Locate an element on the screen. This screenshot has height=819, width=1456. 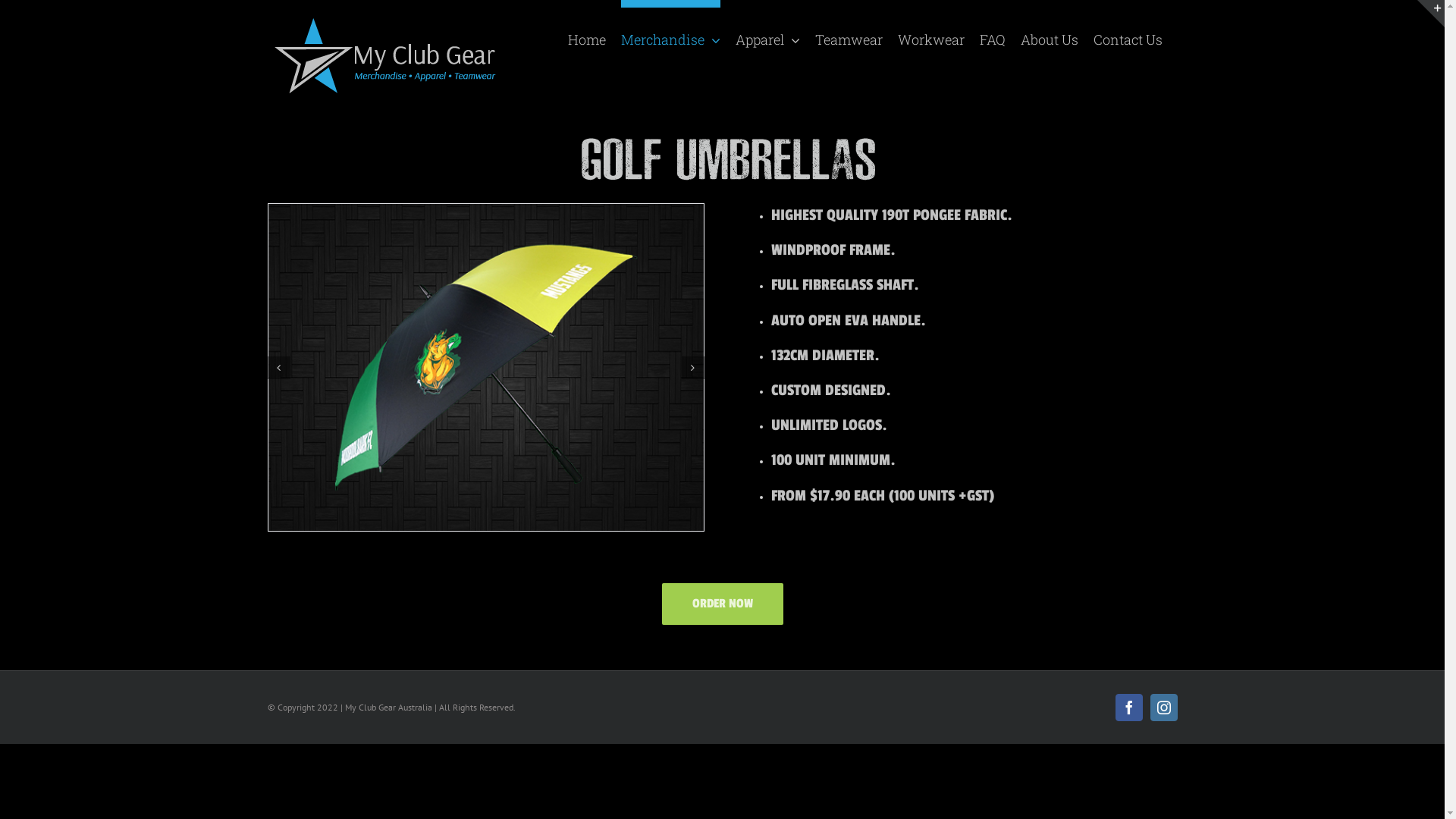
'Teamwear' is located at coordinates (847, 34).